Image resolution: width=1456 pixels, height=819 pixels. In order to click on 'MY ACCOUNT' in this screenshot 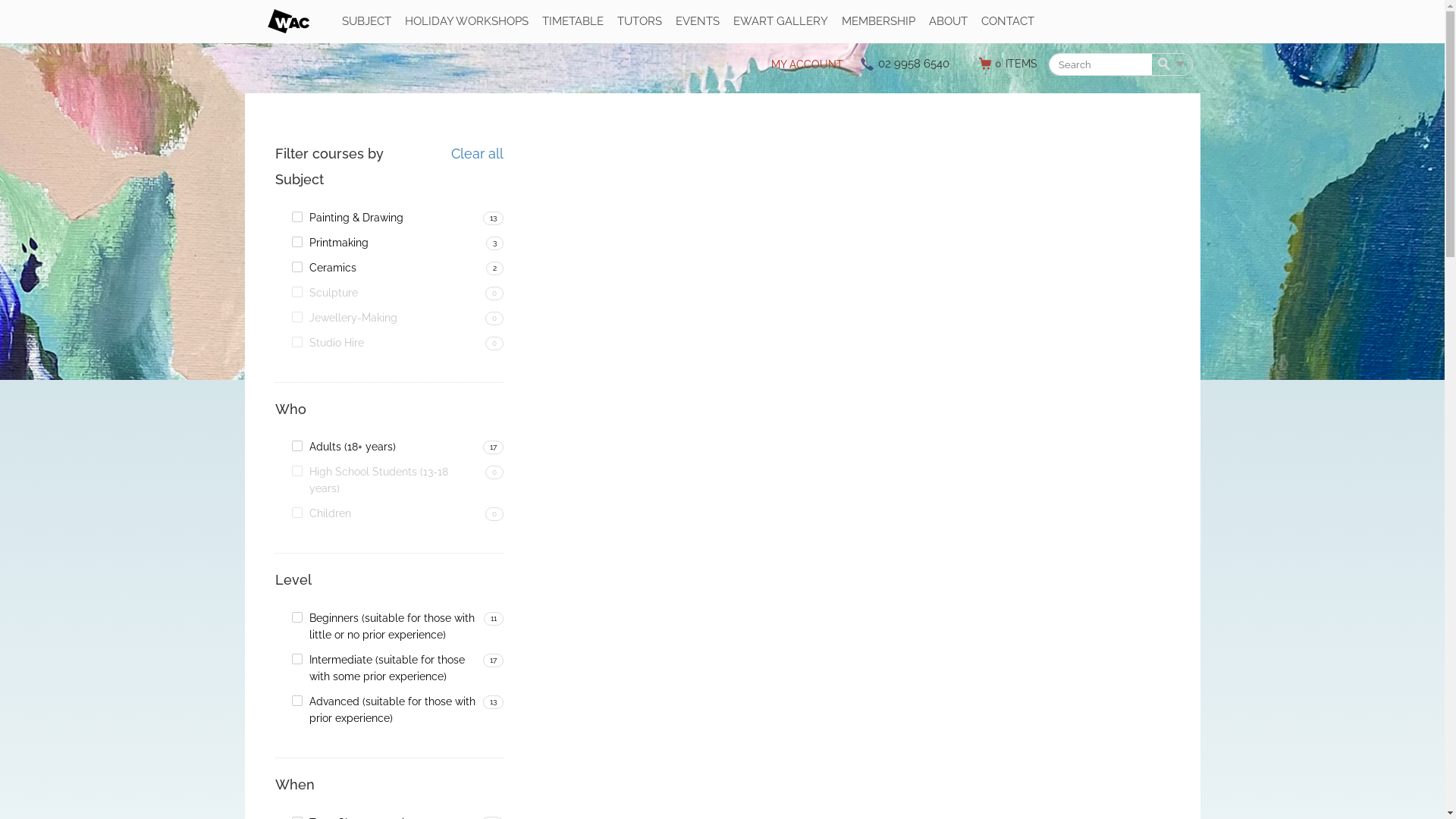, I will do `click(805, 64)`.